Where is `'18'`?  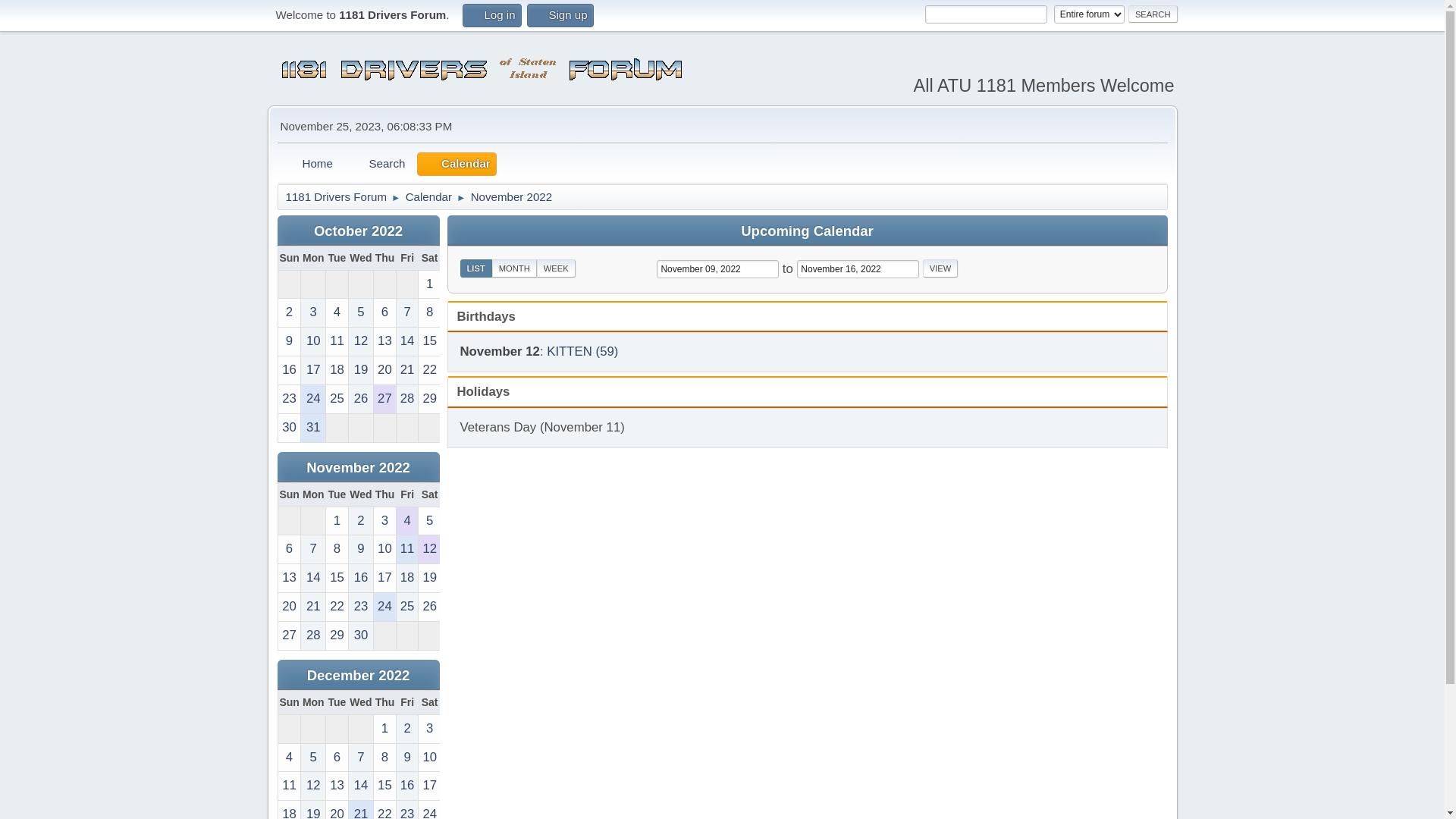 '18' is located at coordinates (336, 370).